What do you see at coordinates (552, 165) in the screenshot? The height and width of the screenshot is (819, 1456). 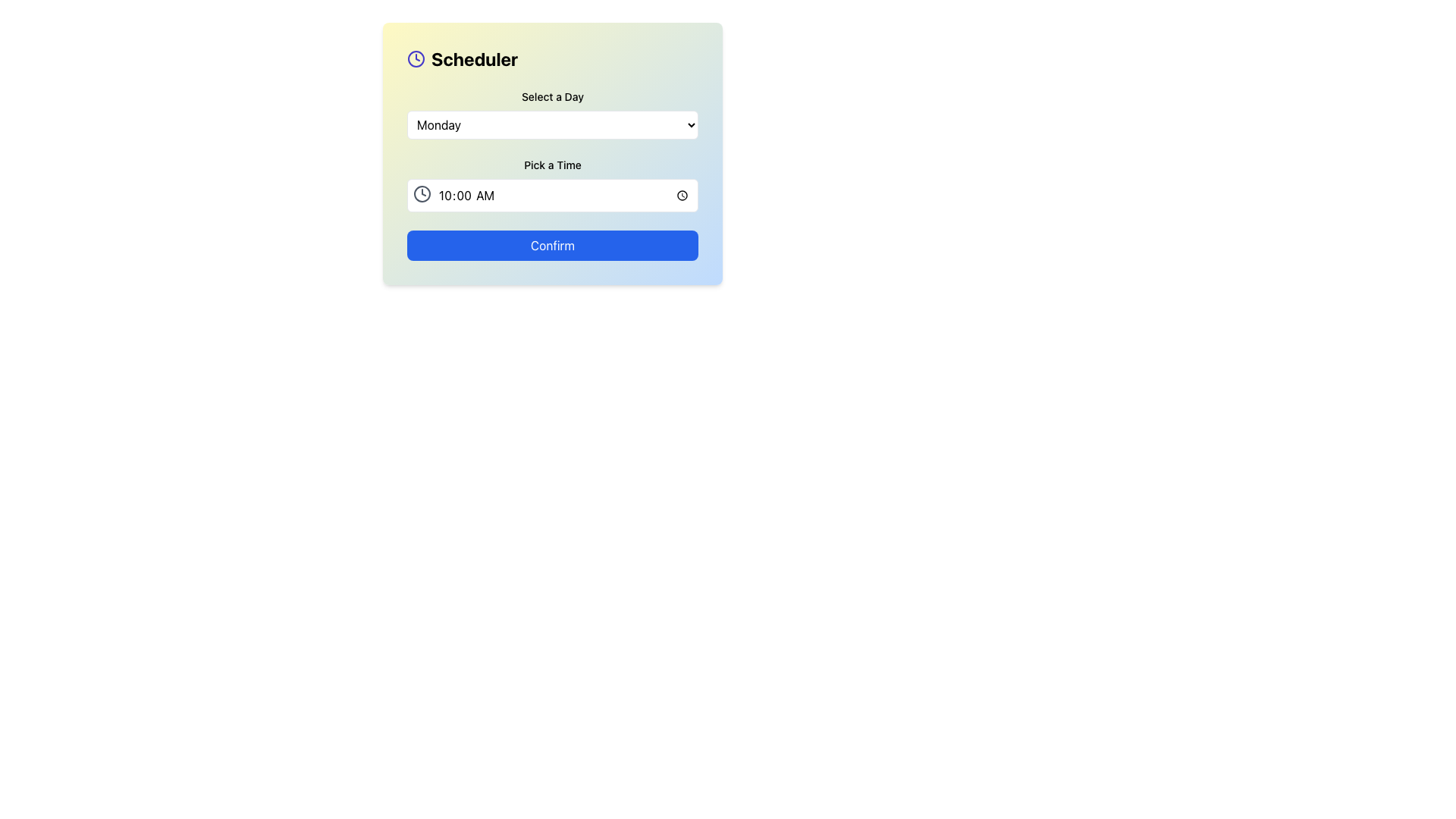 I see `text from the 'Pick a Time' label, which is styled in a small font size with medium weight, located in the scheduling section below the day dropdown input field and above the time selection field with a clock icon` at bounding box center [552, 165].